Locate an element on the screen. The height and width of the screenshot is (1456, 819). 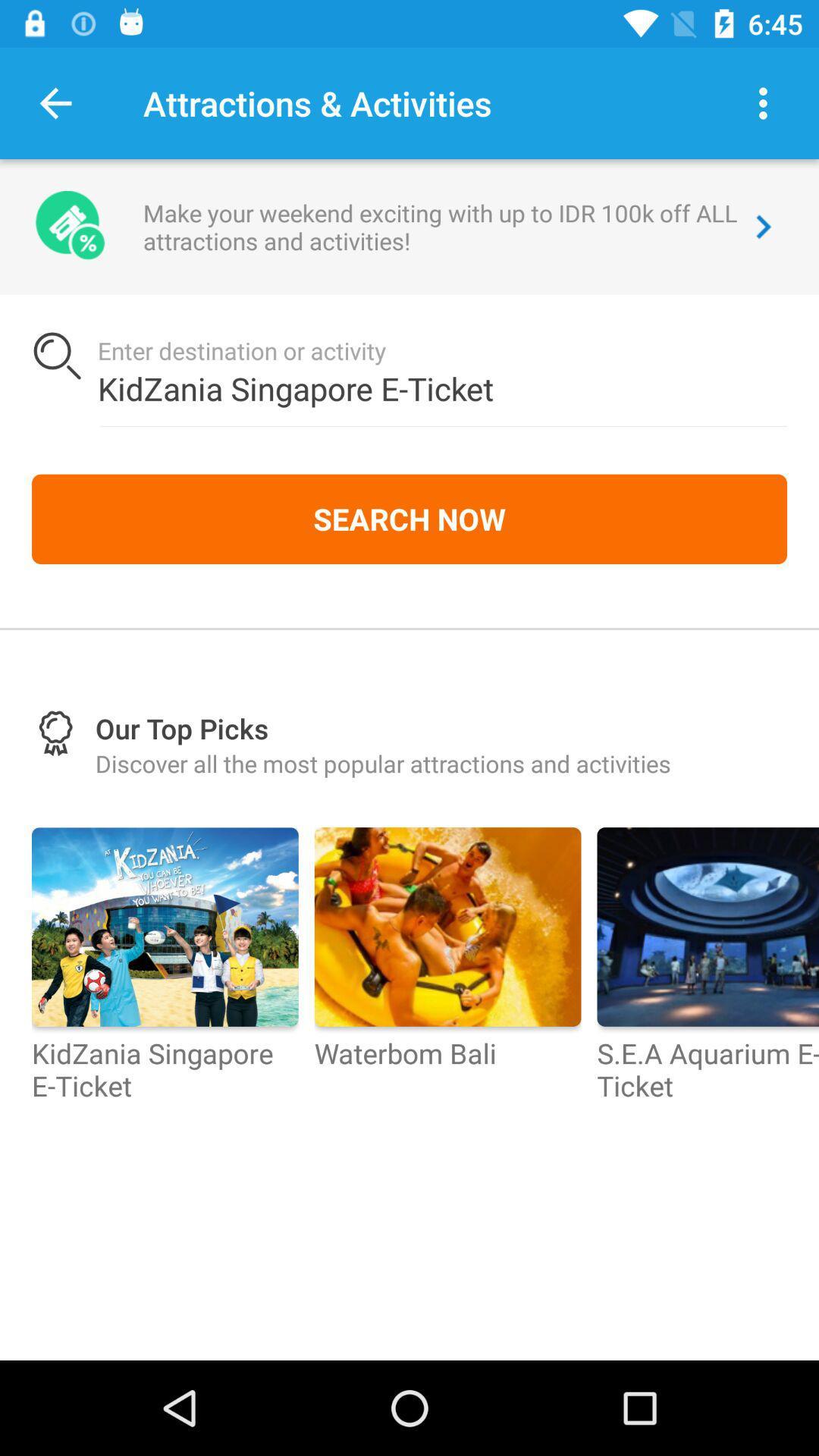
the icon above the make your weekend item is located at coordinates (763, 102).